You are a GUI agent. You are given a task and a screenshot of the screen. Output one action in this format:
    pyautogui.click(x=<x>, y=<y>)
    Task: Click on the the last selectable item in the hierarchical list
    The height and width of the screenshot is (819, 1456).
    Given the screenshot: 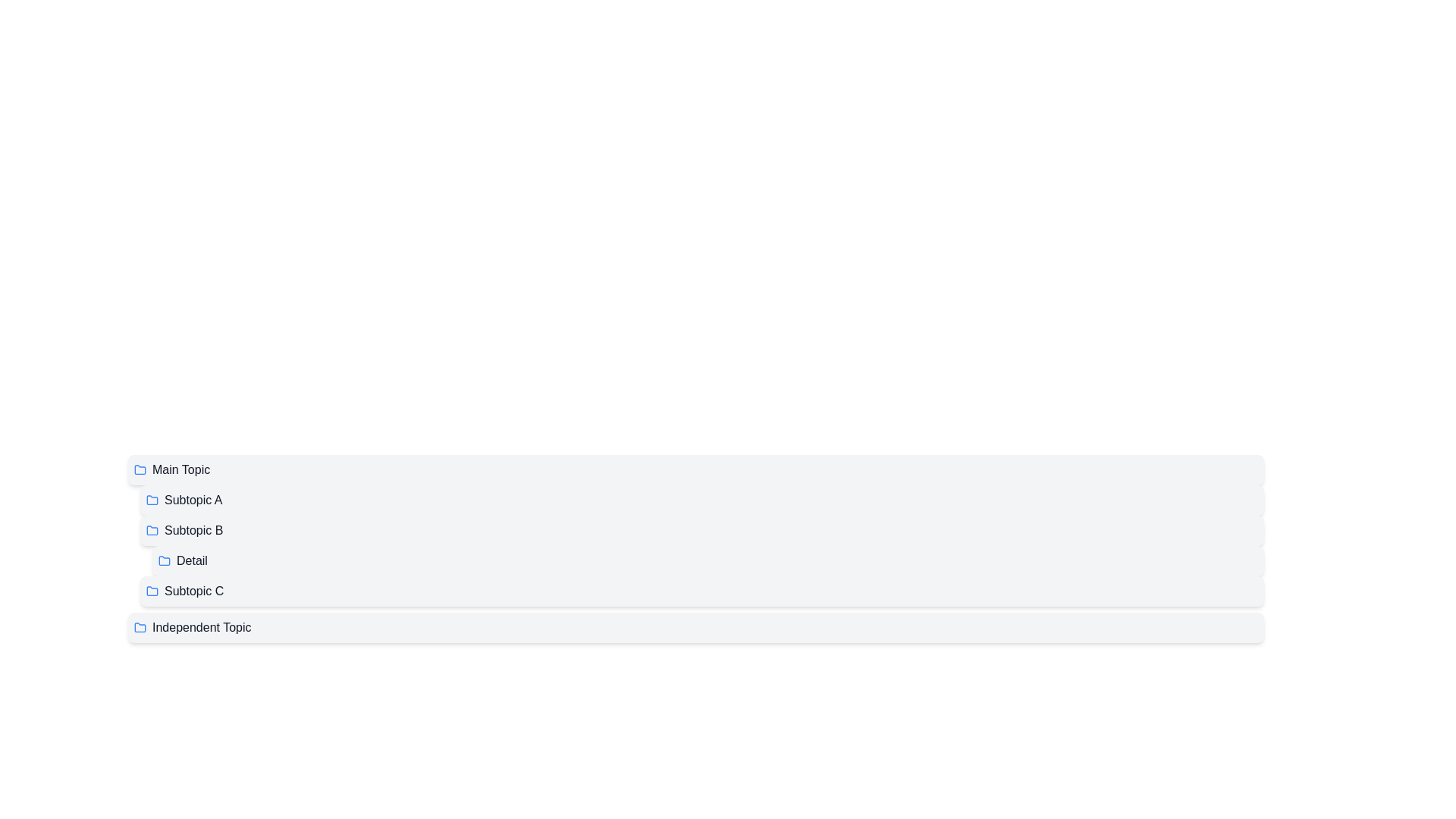 What is the action you would take?
    pyautogui.click(x=695, y=628)
    